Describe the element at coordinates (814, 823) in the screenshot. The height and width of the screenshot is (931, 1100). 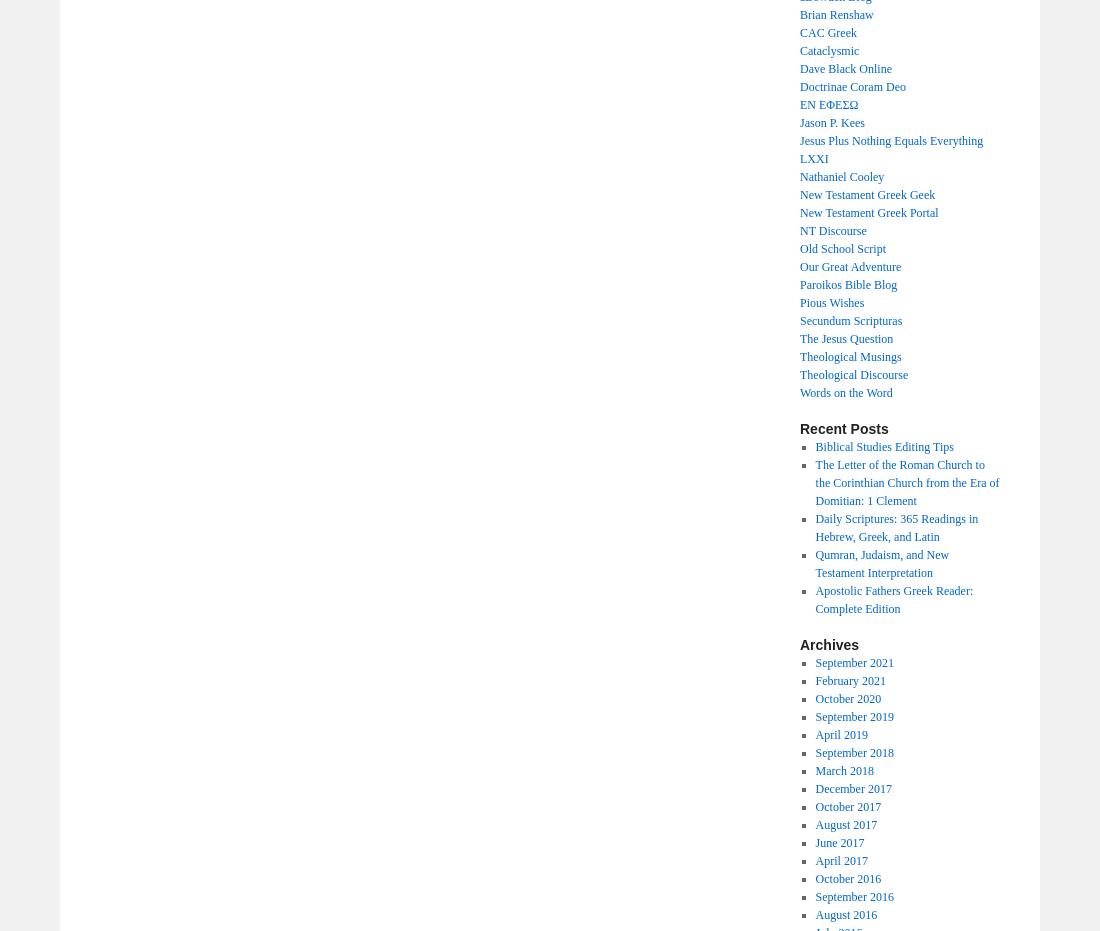
I see `'August 2017'` at that location.